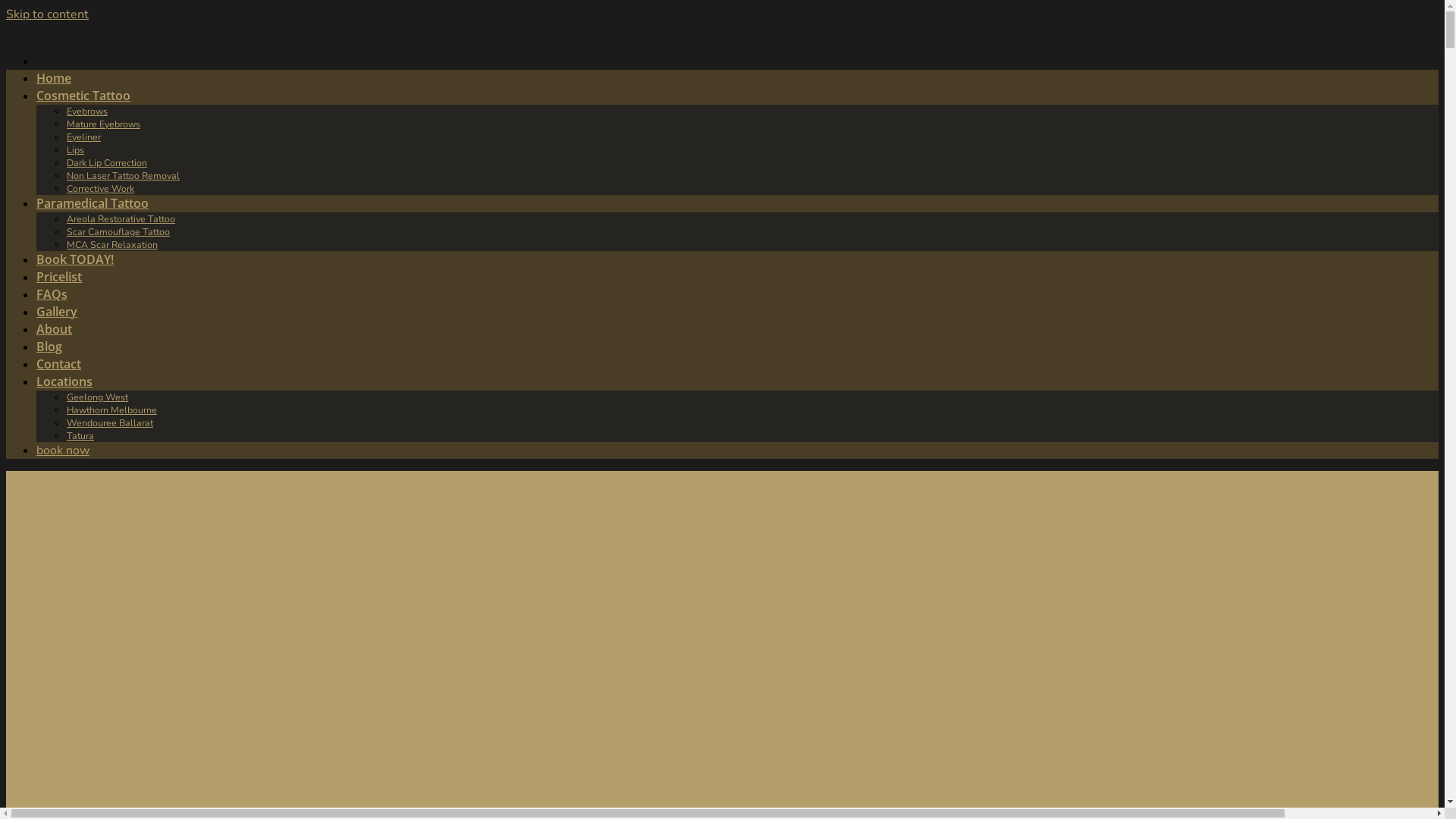 Image resolution: width=1456 pixels, height=819 pixels. What do you see at coordinates (74, 259) in the screenshot?
I see `'Book TODAY!'` at bounding box center [74, 259].